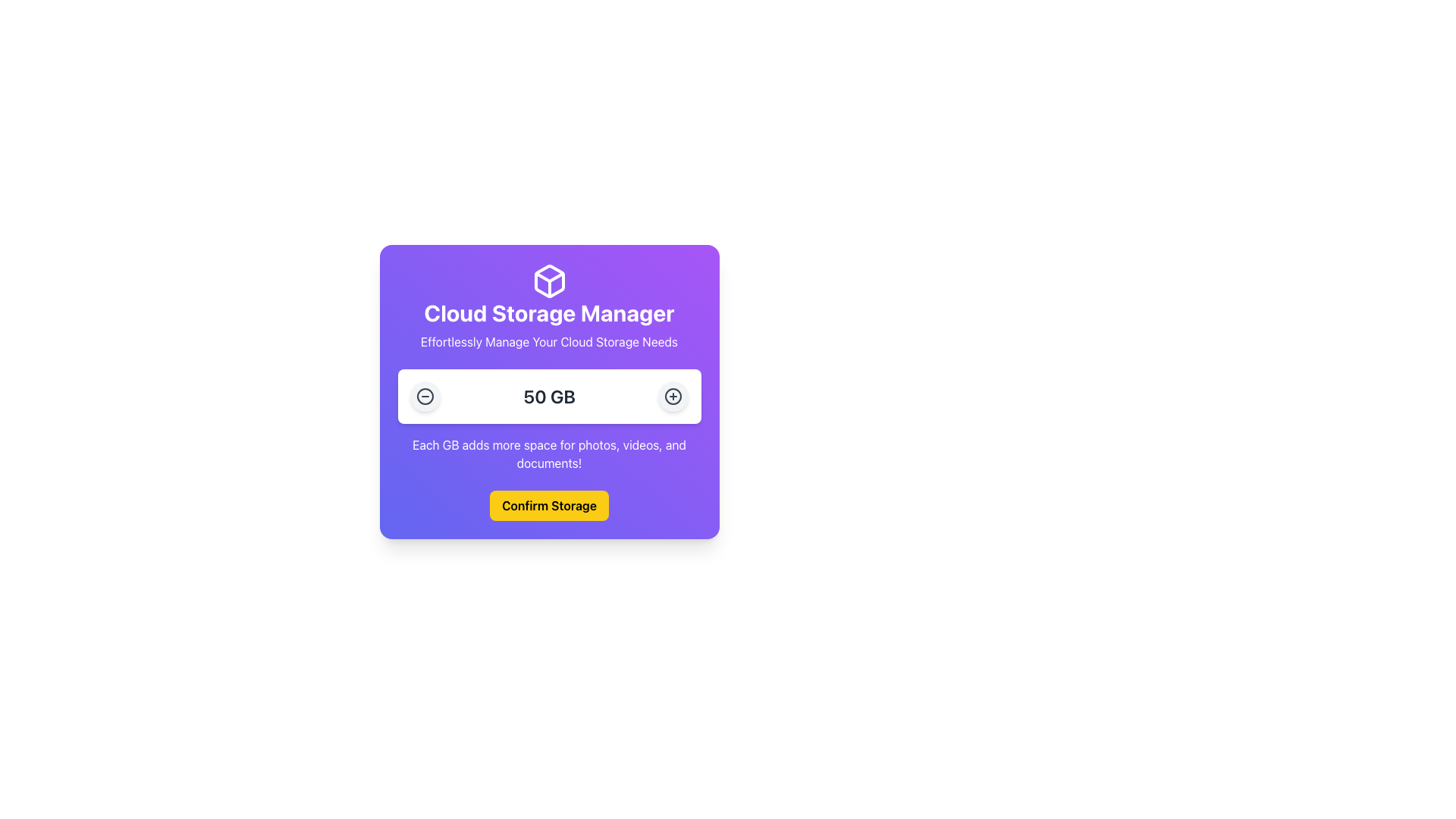 Image resolution: width=1456 pixels, height=819 pixels. What do you see at coordinates (548, 396) in the screenshot?
I see `the Selection and display panel located at the center of the 'Cloud Storage Manager' card, which displays the selected storage amount and allows users to adjust the value` at bounding box center [548, 396].